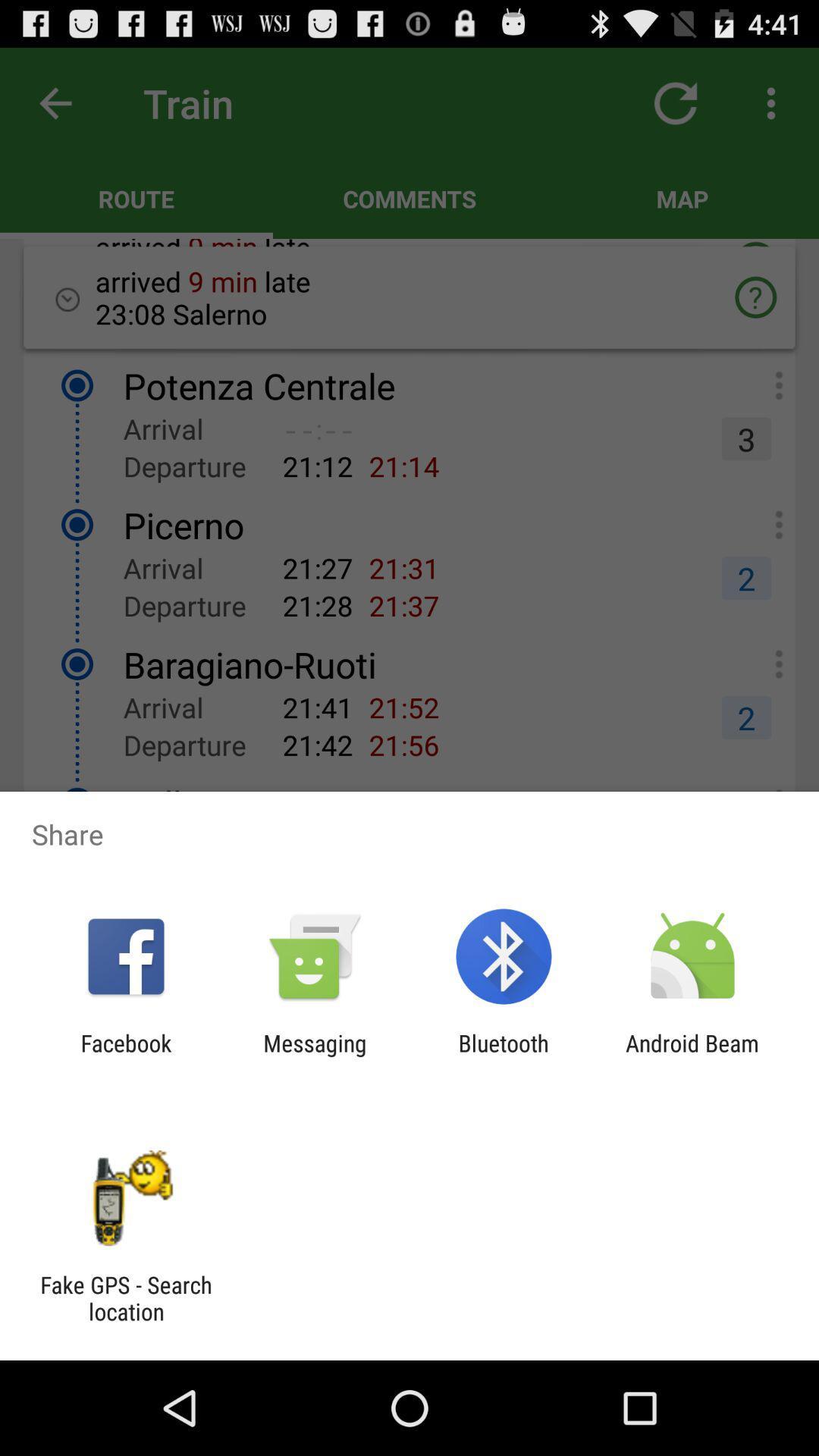  What do you see at coordinates (504, 1056) in the screenshot?
I see `bluetooth` at bounding box center [504, 1056].